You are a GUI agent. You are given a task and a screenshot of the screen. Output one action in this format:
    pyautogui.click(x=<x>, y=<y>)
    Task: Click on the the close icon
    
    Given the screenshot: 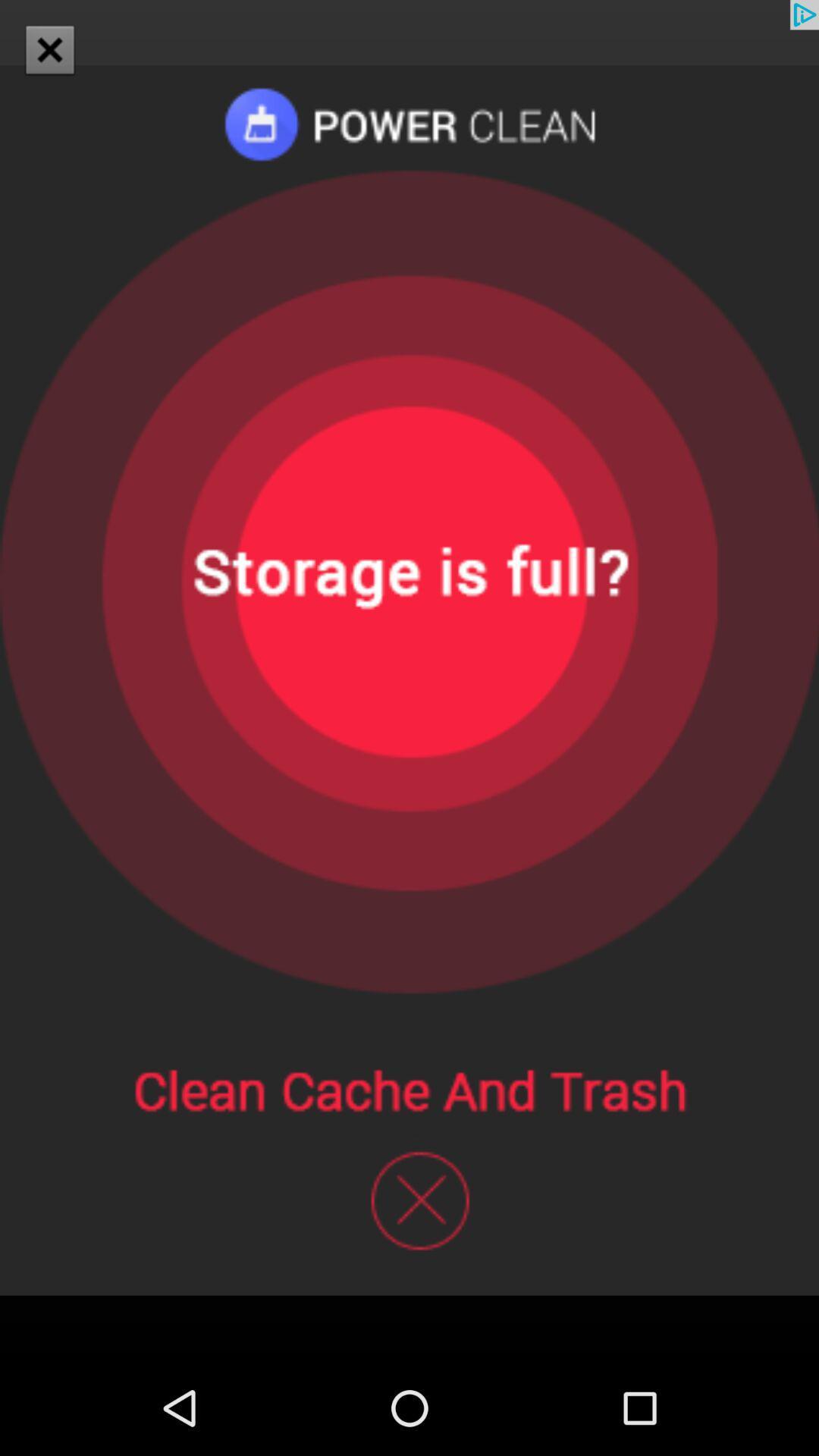 What is the action you would take?
    pyautogui.click(x=49, y=53)
    